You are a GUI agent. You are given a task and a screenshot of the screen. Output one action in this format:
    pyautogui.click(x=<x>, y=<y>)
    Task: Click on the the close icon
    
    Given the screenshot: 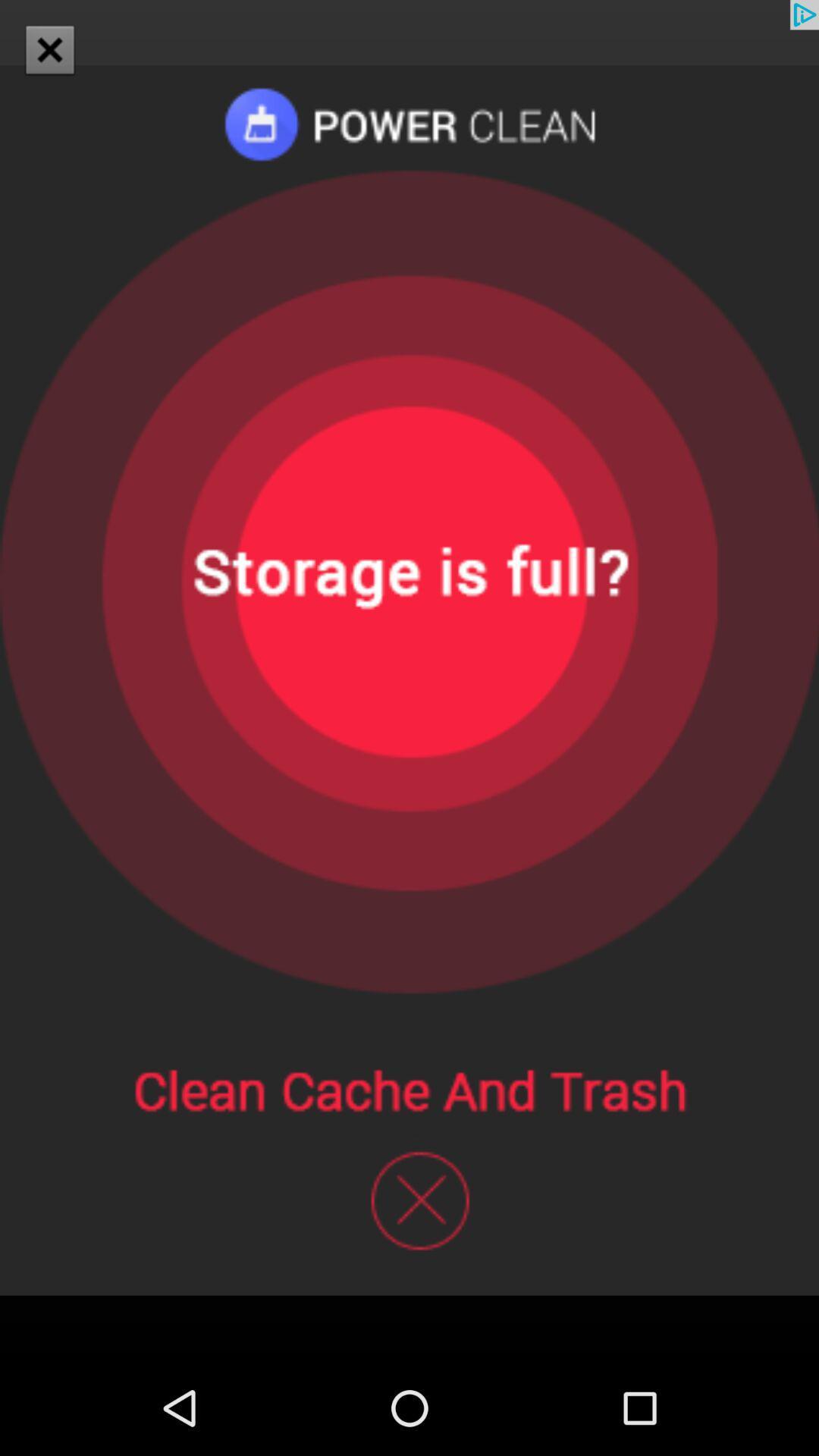 What is the action you would take?
    pyautogui.click(x=49, y=53)
    